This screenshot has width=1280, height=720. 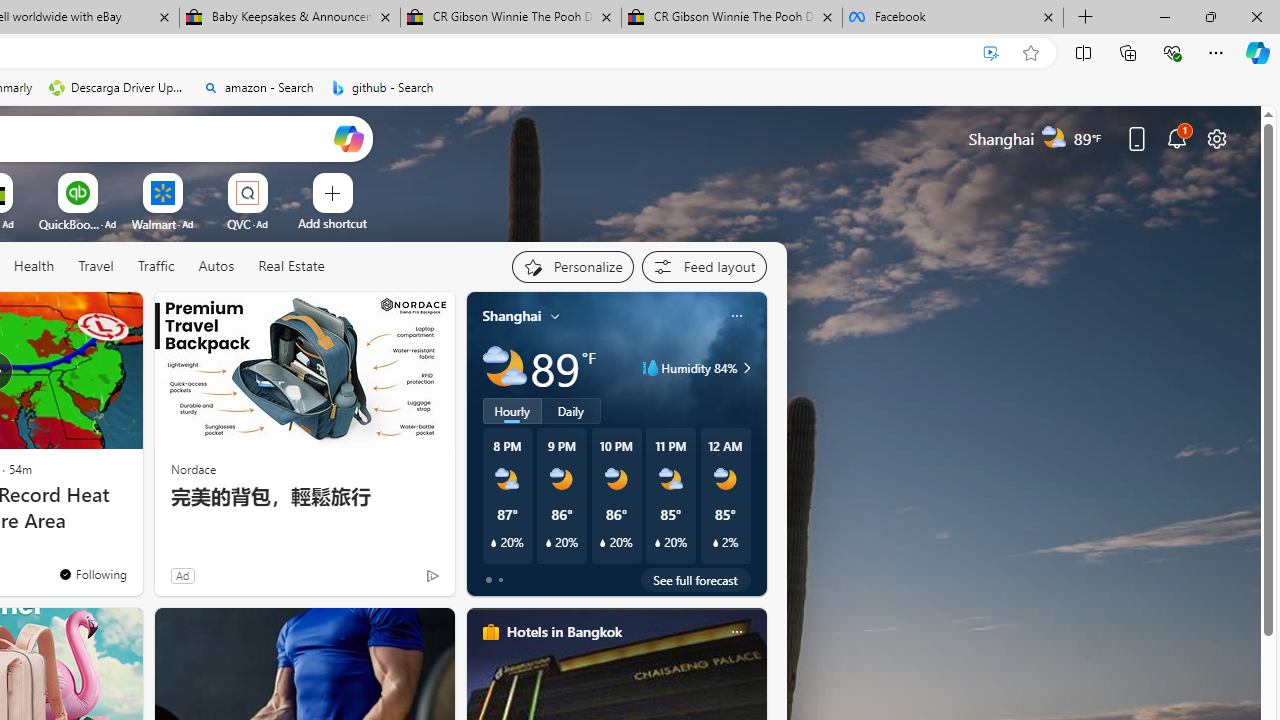 I want to click on 'Page settings', so click(x=1215, y=137).